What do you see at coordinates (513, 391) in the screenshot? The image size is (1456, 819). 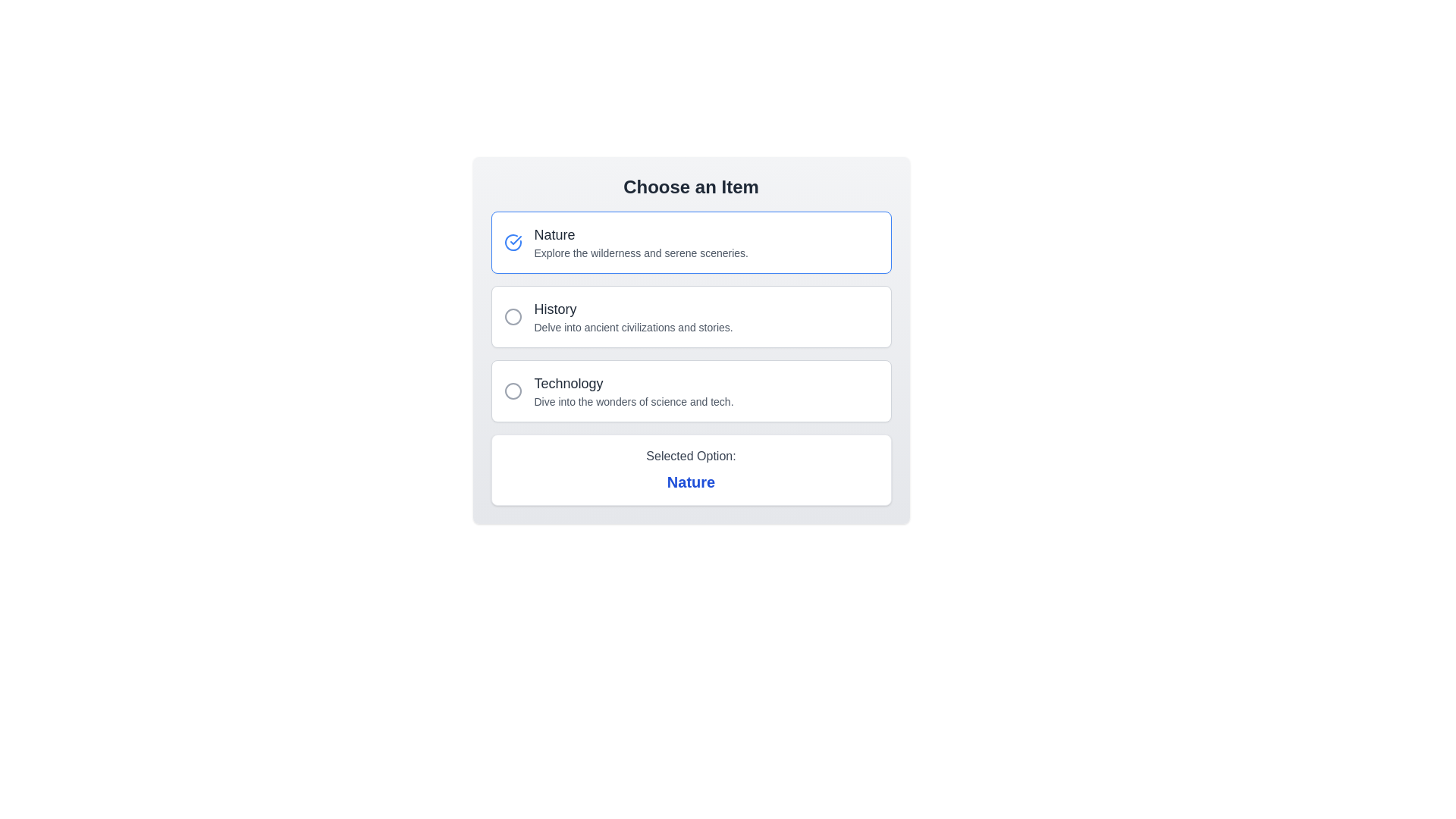 I see `the Circle icon with a gray outline located in the 'Technology' section under 'Choose an Item'` at bounding box center [513, 391].